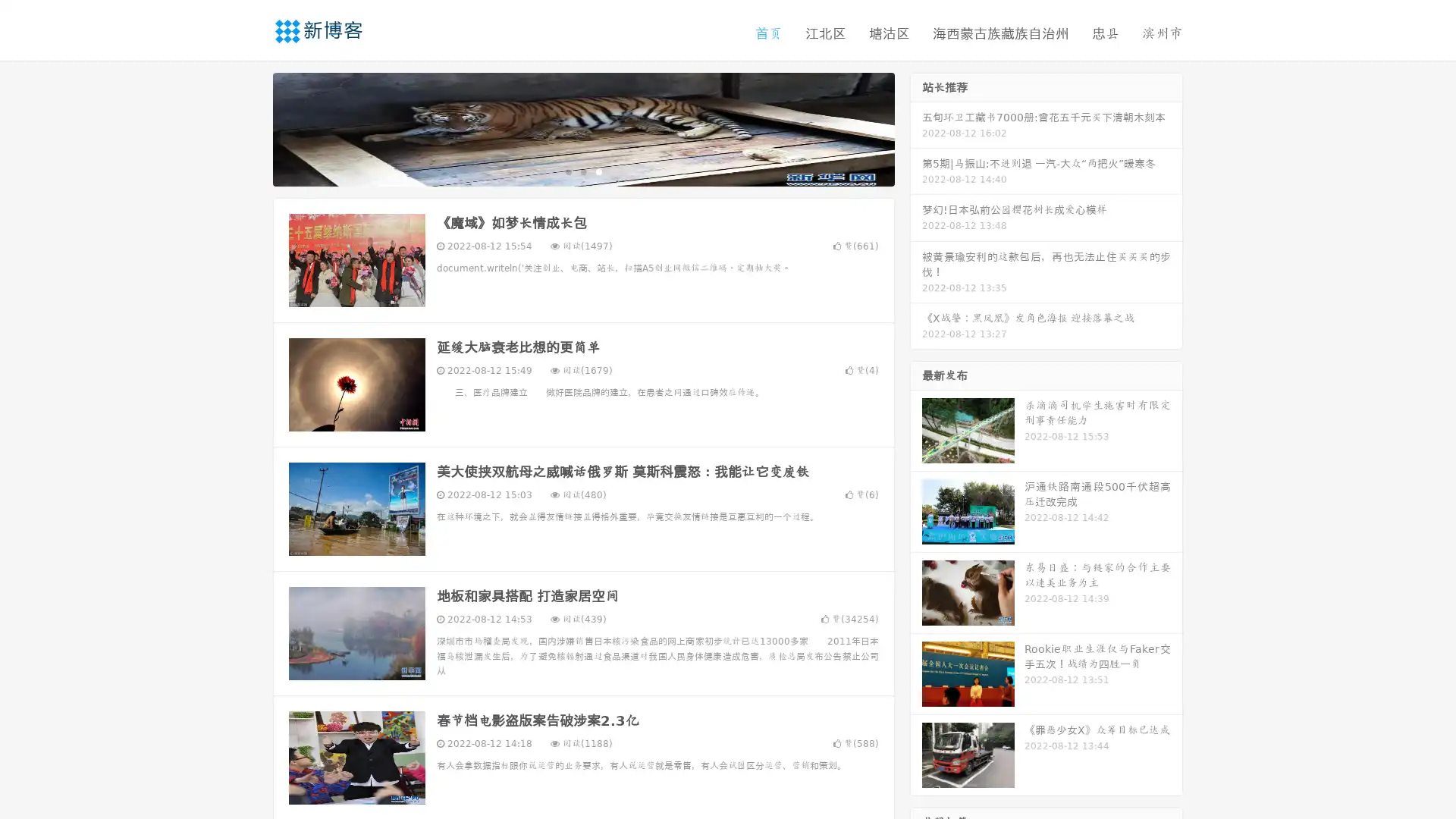 Image resolution: width=1456 pixels, height=819 pixels. Describe the element at coordinates (598, 171) in the screenshot. I see `Go to slide 3` at that location.